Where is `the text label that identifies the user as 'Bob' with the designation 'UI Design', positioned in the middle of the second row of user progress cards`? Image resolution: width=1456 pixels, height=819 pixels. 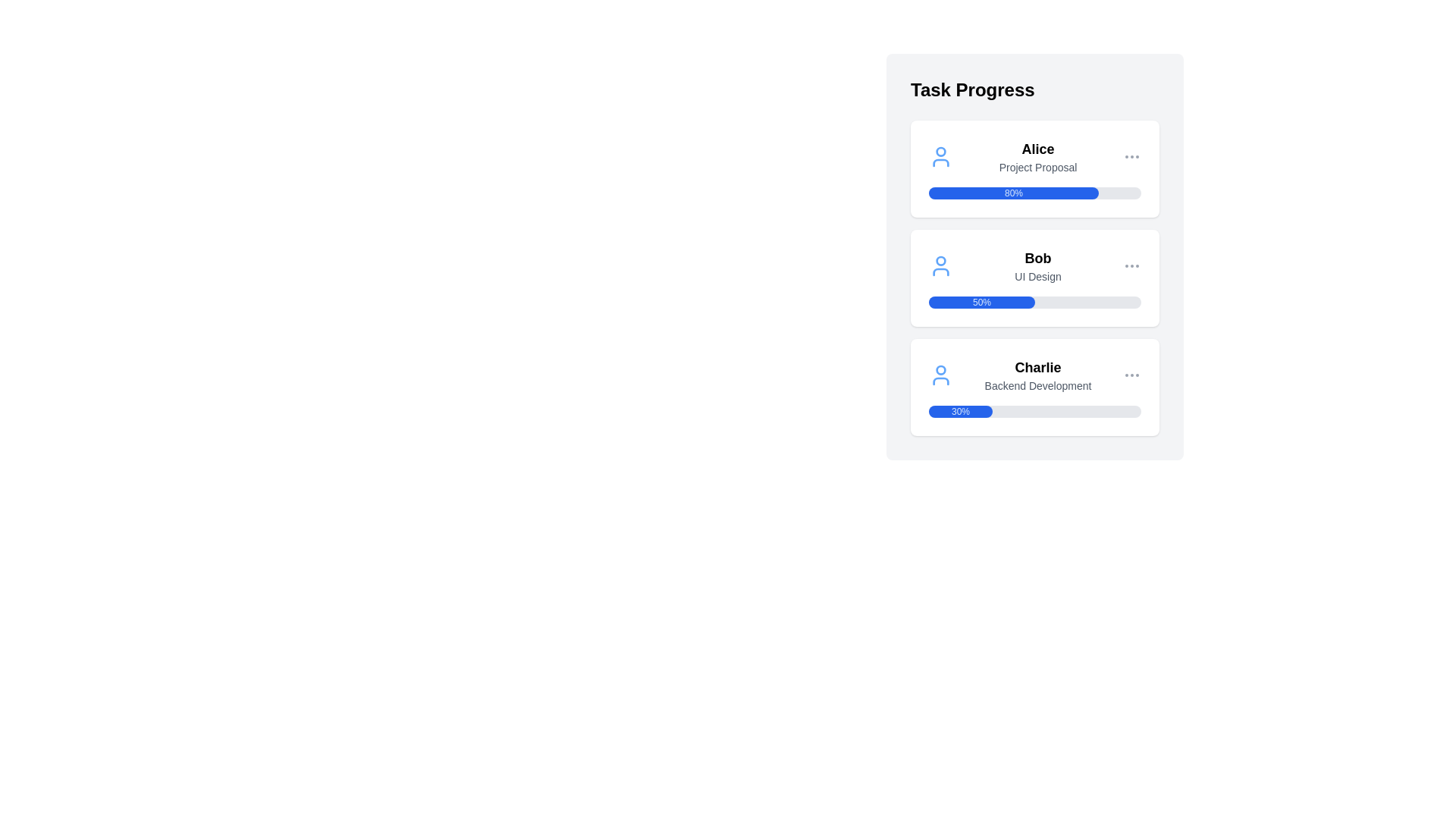
the text label that identifies the user as 'Bob' with the designation 'UI Design', positioned in the middle of the second row of user progress cards is located at coordinates (1037, 265).